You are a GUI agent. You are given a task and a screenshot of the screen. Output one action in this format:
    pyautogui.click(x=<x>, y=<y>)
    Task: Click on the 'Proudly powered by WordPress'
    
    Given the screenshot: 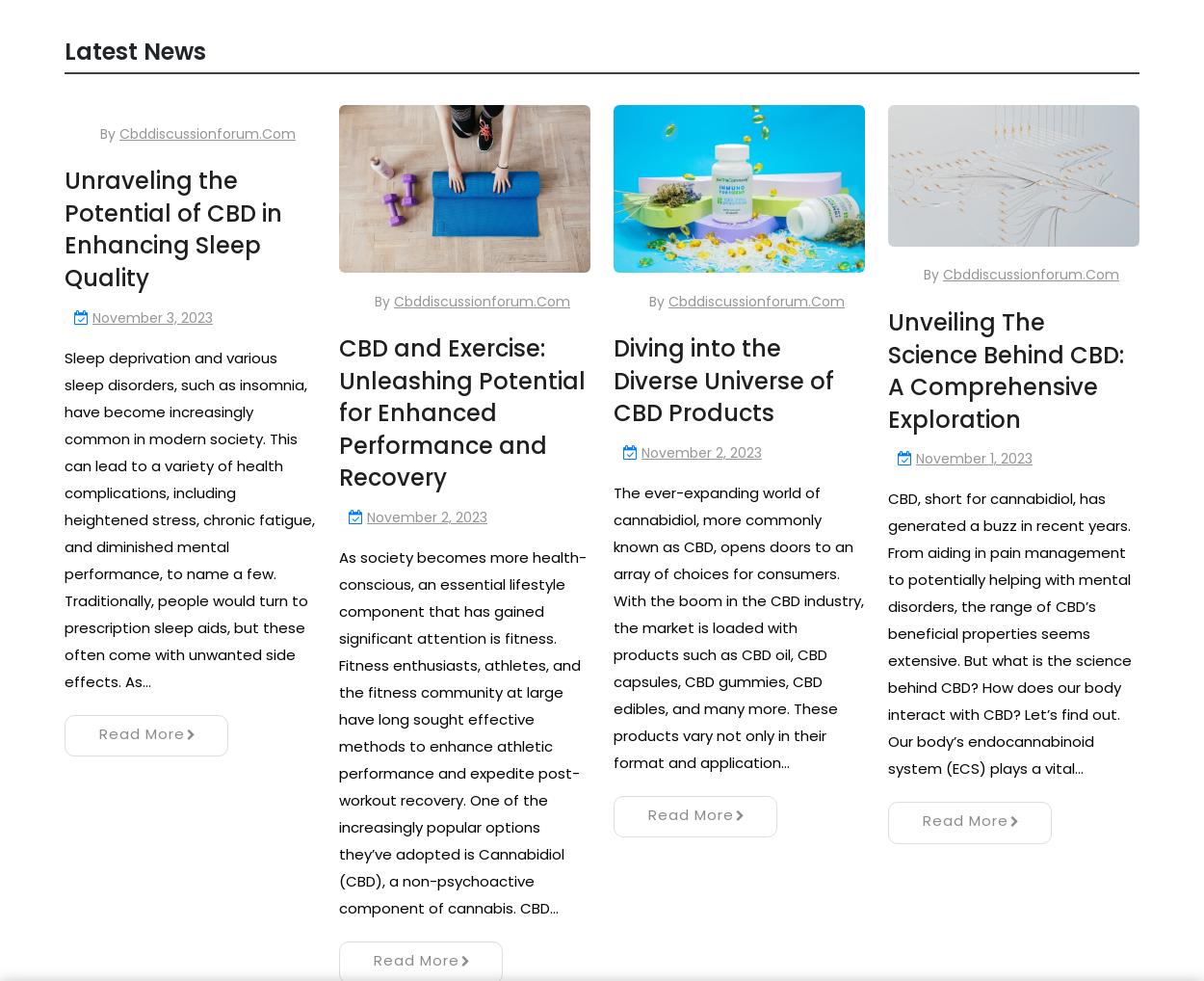 What is the action you would take?
    pyautogui.click(x=600, y=949)
    